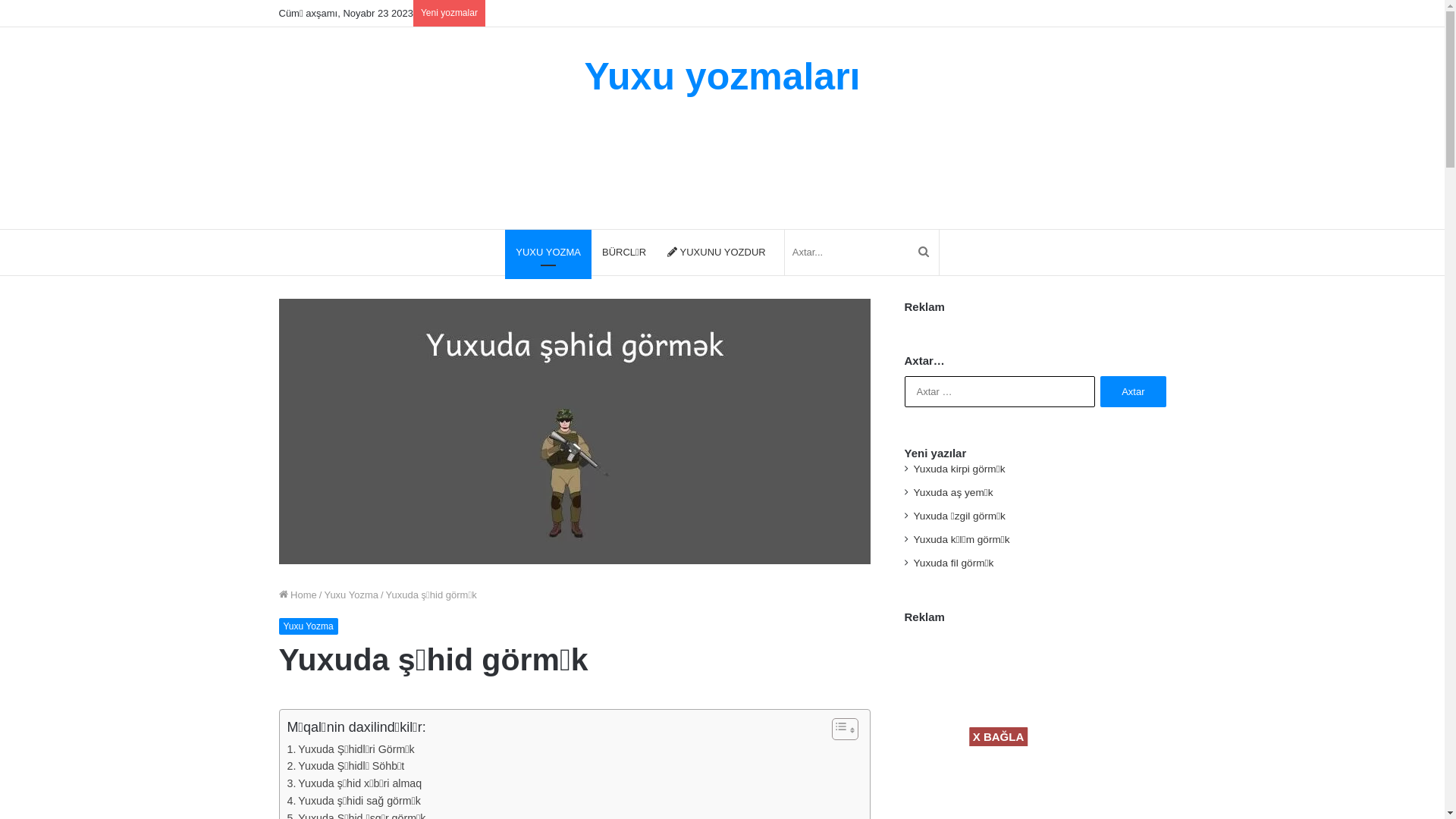  Describe the element at coordinates (298, 594) in the screenshot. I see `'Home'` at that location.